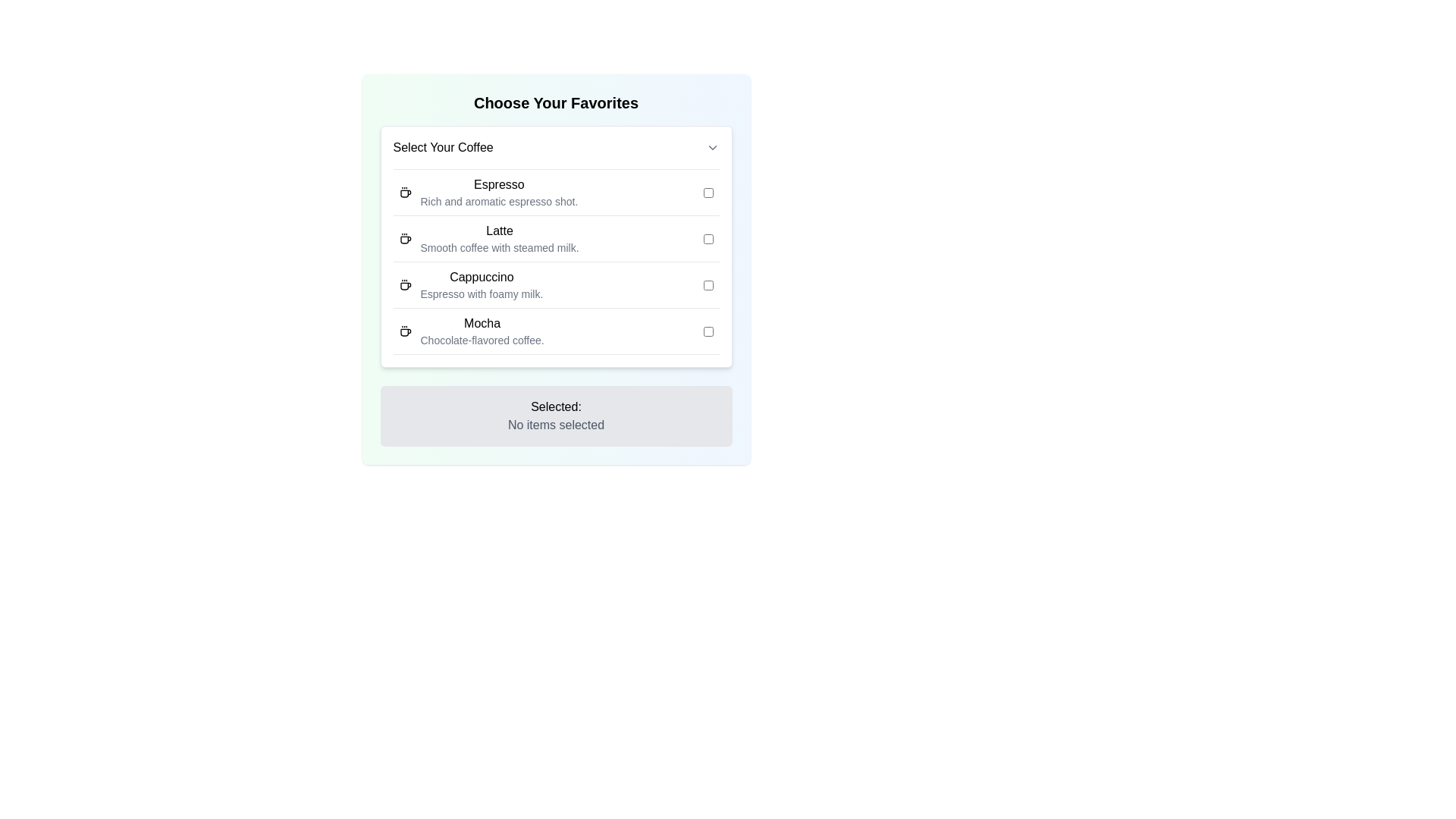  What do you see at coordinates (405, 239) in the screenshot?
I see `the coffee cup icon associated with the 'Latte' menu item in the 'Select Your Coffee' list` at bounding box center [405, 239].